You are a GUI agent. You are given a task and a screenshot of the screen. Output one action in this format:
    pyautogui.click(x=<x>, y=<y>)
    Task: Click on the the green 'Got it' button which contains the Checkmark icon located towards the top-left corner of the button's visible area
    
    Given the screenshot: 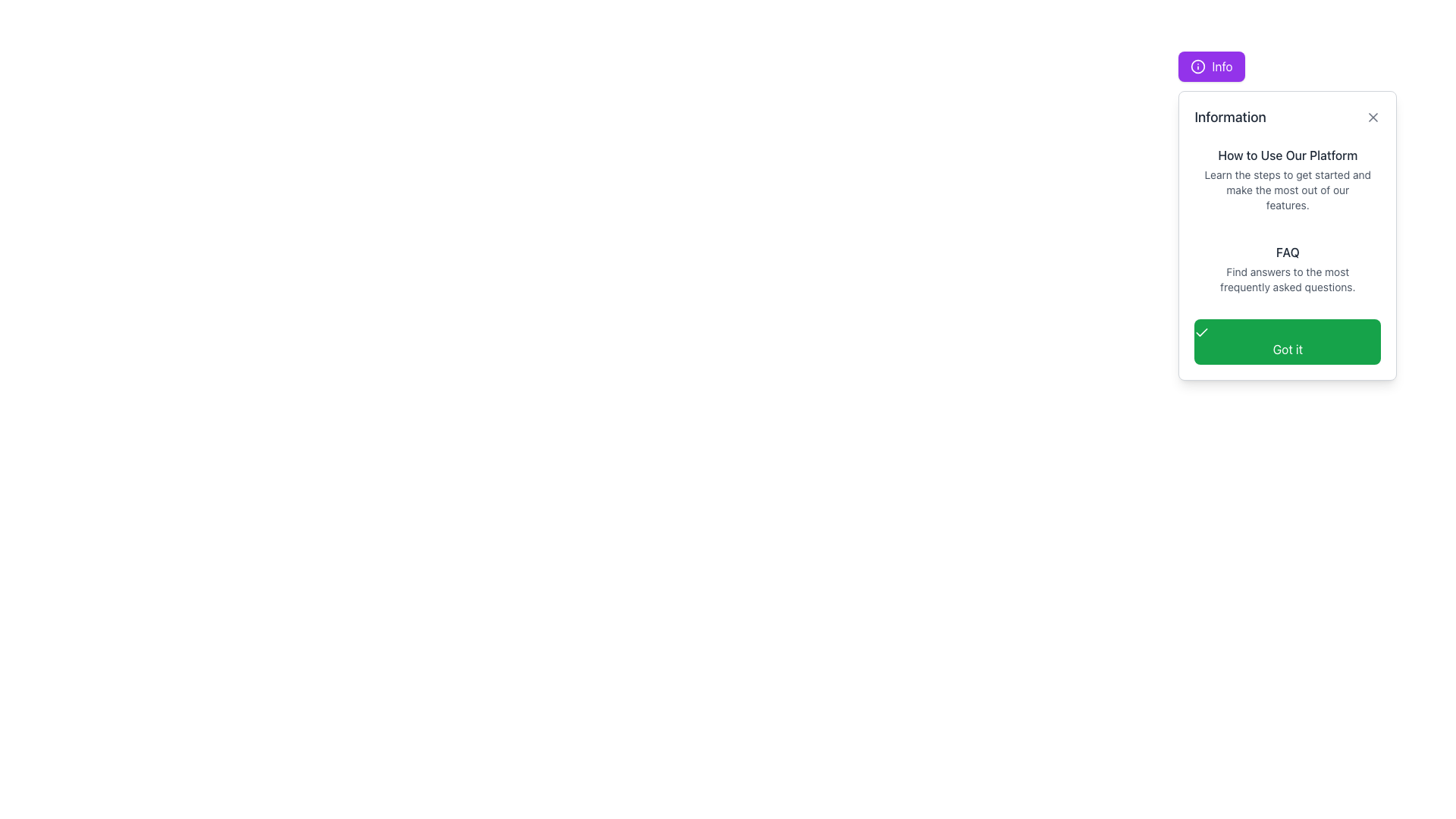 What is the action you would take?
    pyautogui.click(x=1201, y=331)
    